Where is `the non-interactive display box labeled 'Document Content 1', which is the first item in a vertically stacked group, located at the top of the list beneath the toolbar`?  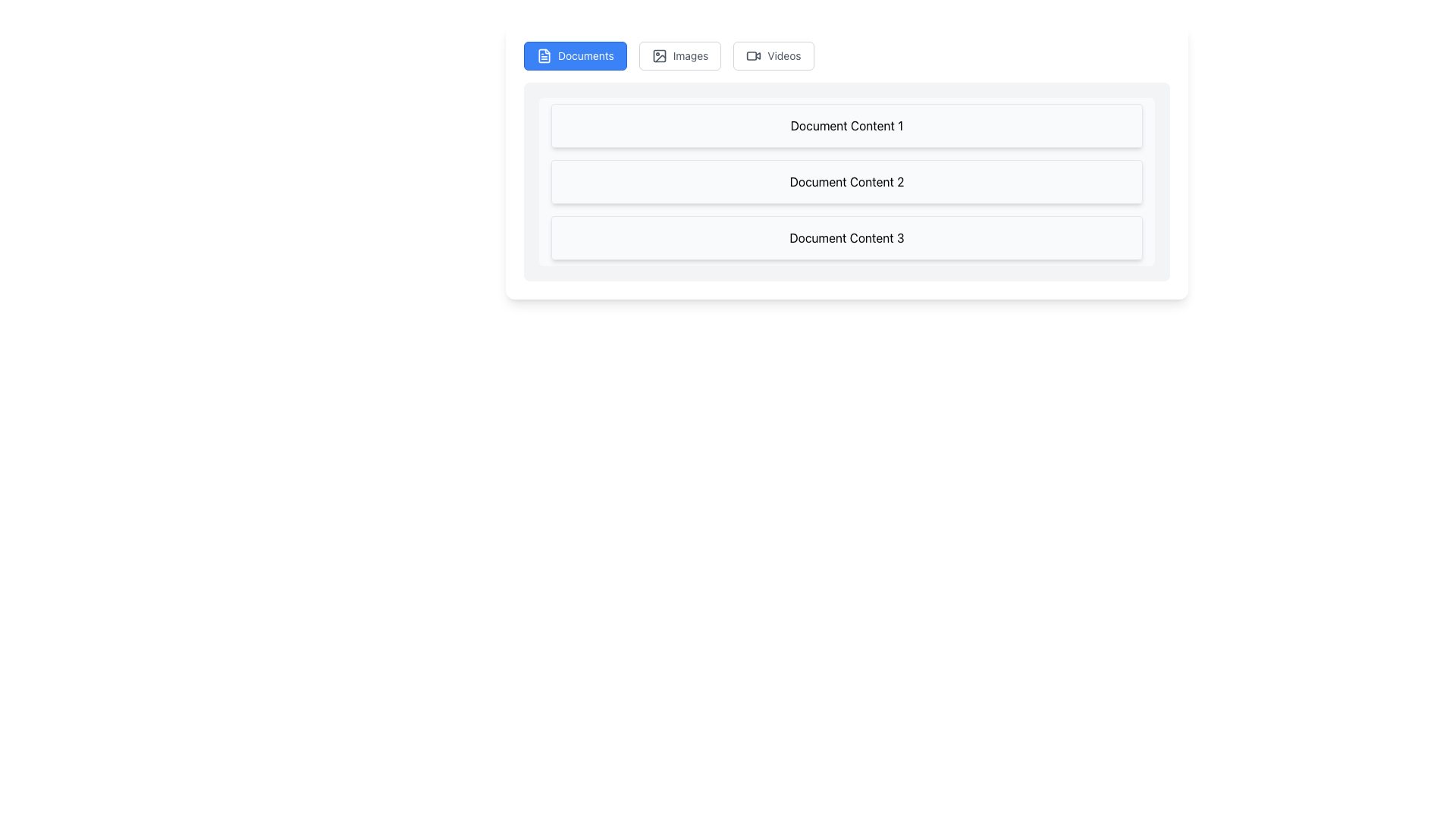 the non-interactive display box labeled 'Document Content 1', which is the first item in a vertically stacked group, located at the top of the list beneath the toolbar is located at coordinates (846, 124).